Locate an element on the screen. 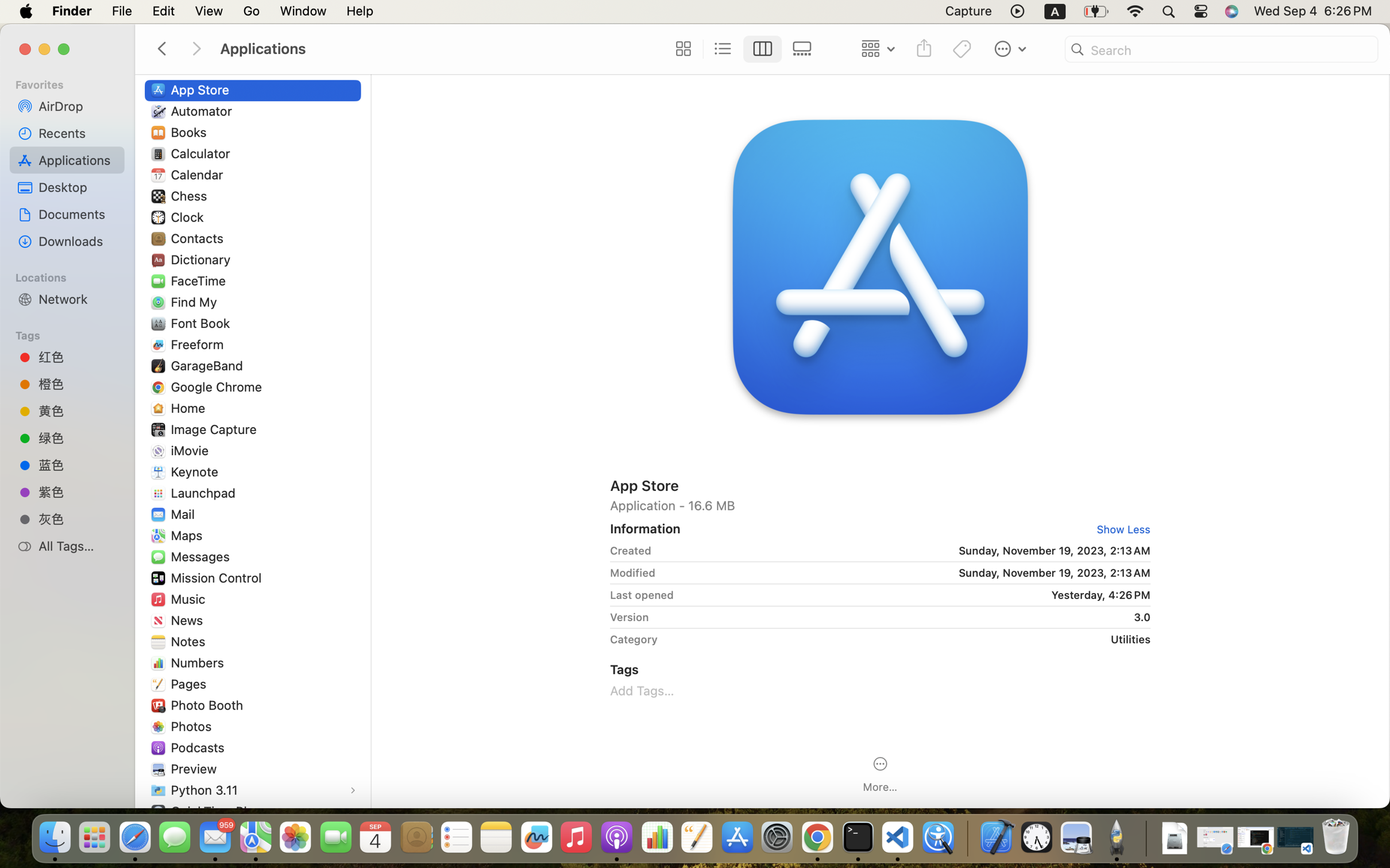 Image resolution: width=1390 pixels, height=868 pixels. 'Locations' is located at coordinates (72, 276).